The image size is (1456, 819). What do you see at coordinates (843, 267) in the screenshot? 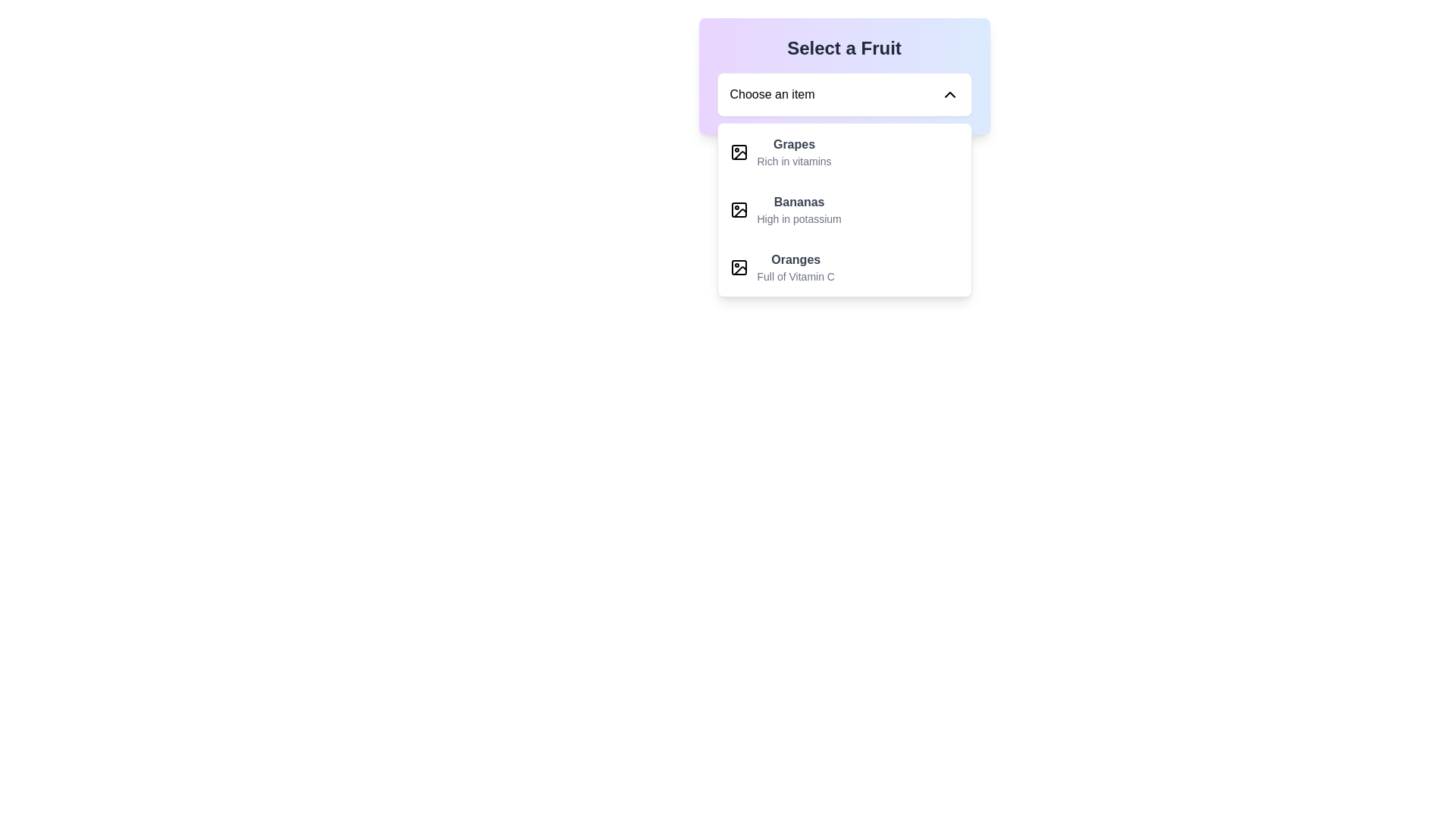
I see `the list item displaying 'Oranges' in bold with a subtitle 'Full of Vitamin C' in the dropdown menu under 'Select a Fruit'` at bounding box center [843, 267].